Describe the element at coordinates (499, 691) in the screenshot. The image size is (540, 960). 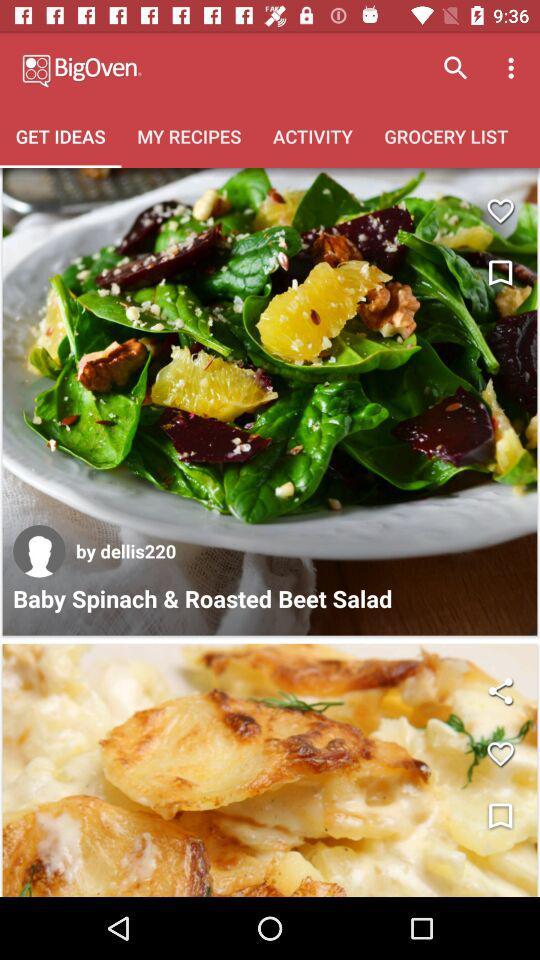
I see `share the article` at that location.